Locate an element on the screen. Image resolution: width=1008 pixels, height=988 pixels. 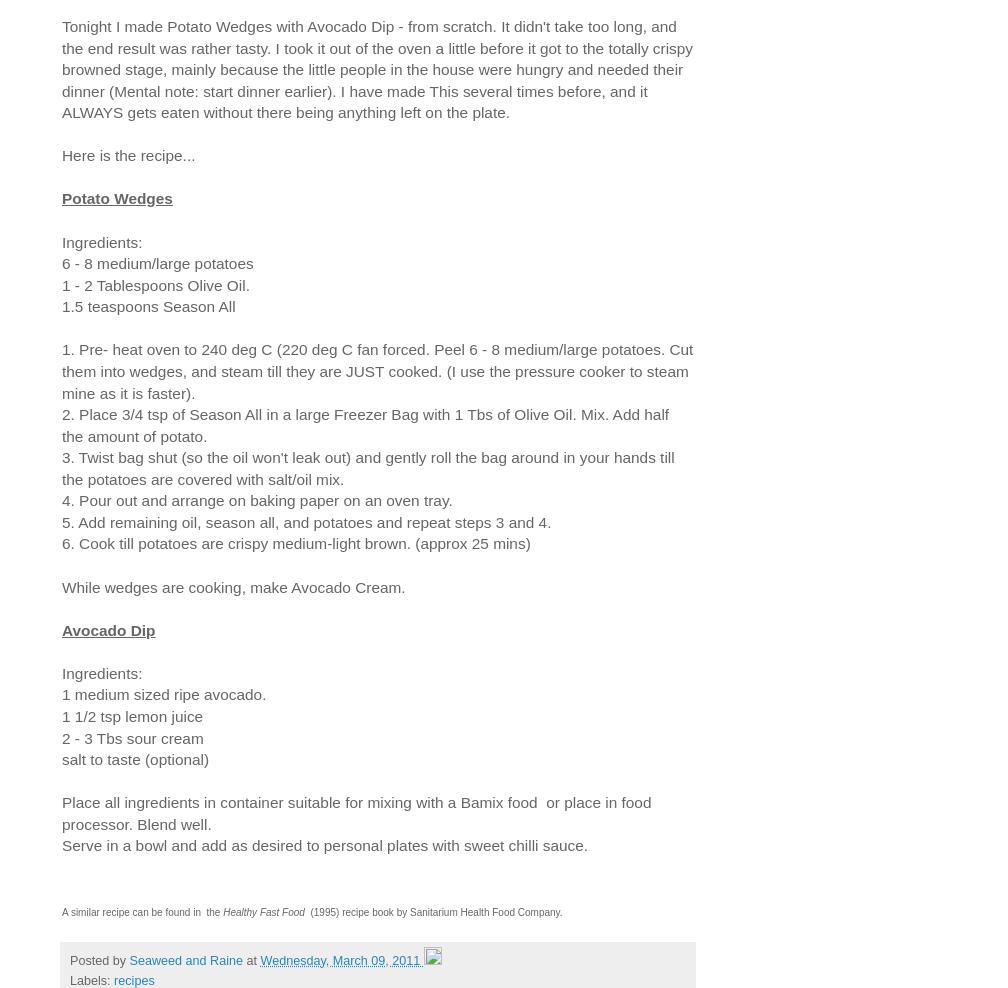
'6 - 8 medium/large potatoes' is located at coordinates (157, 262).